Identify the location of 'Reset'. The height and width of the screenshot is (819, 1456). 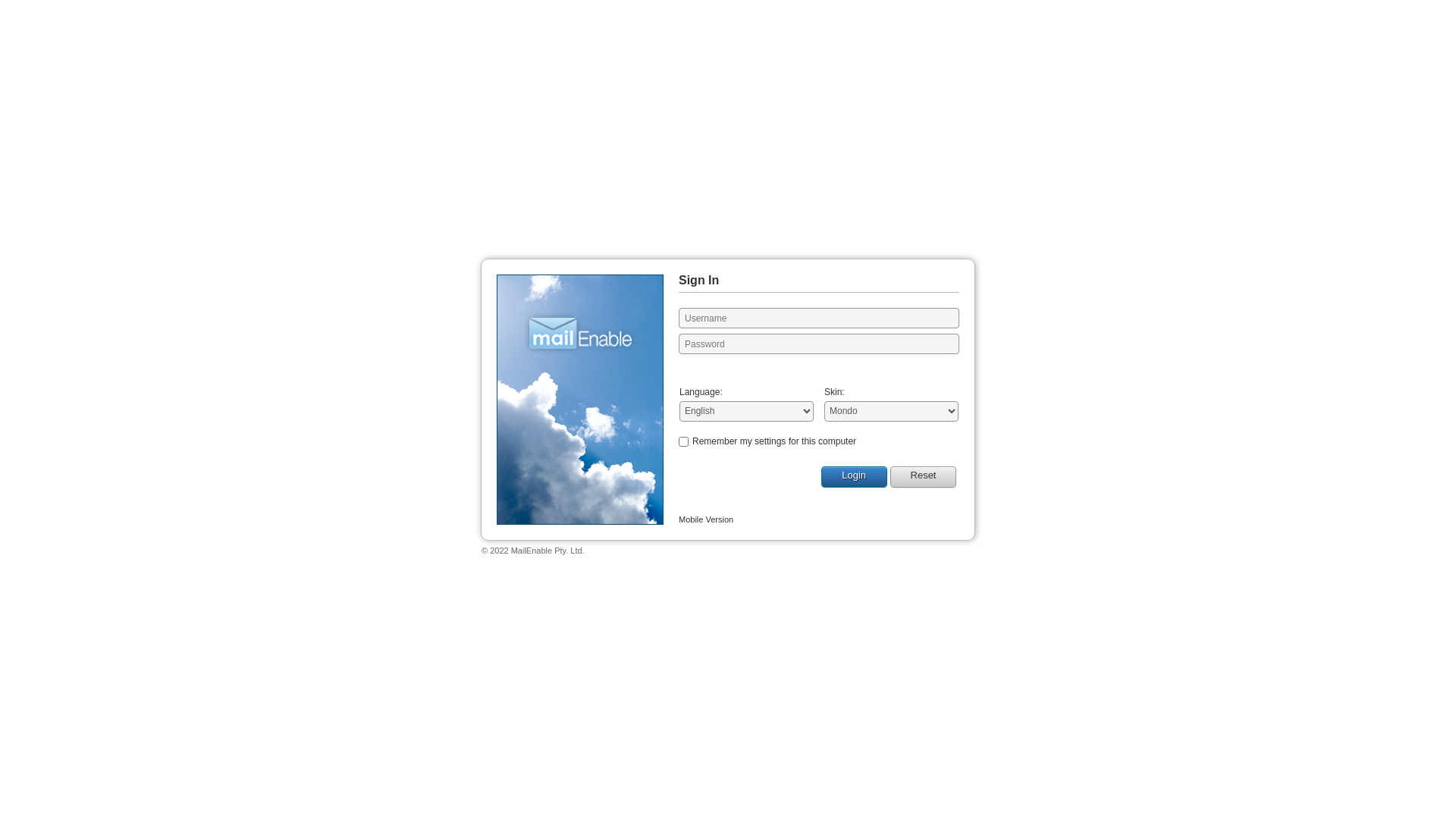
(922, 475).